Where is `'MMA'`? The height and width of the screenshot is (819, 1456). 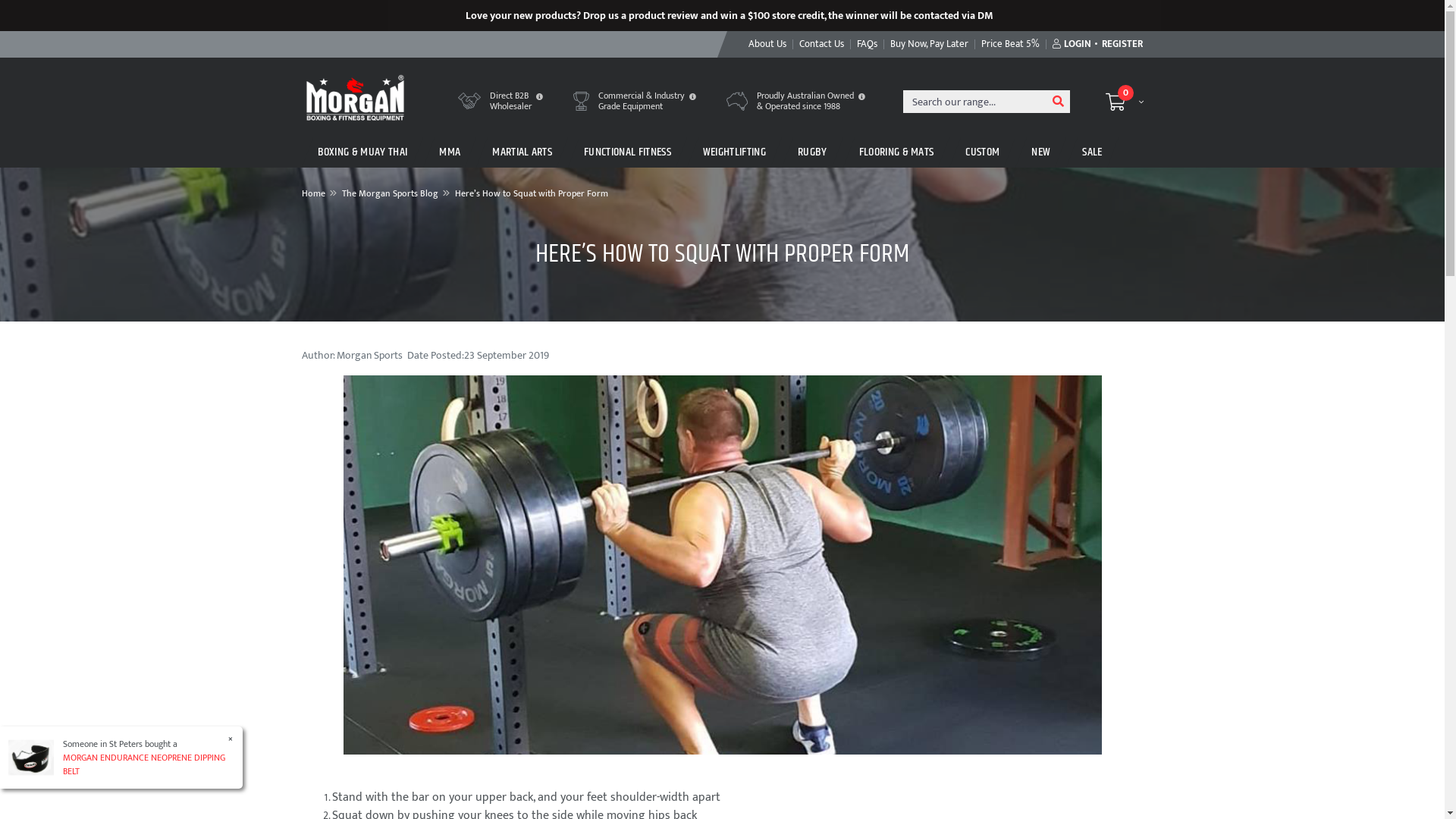 'MMA' is located at coordinates (449, 152).